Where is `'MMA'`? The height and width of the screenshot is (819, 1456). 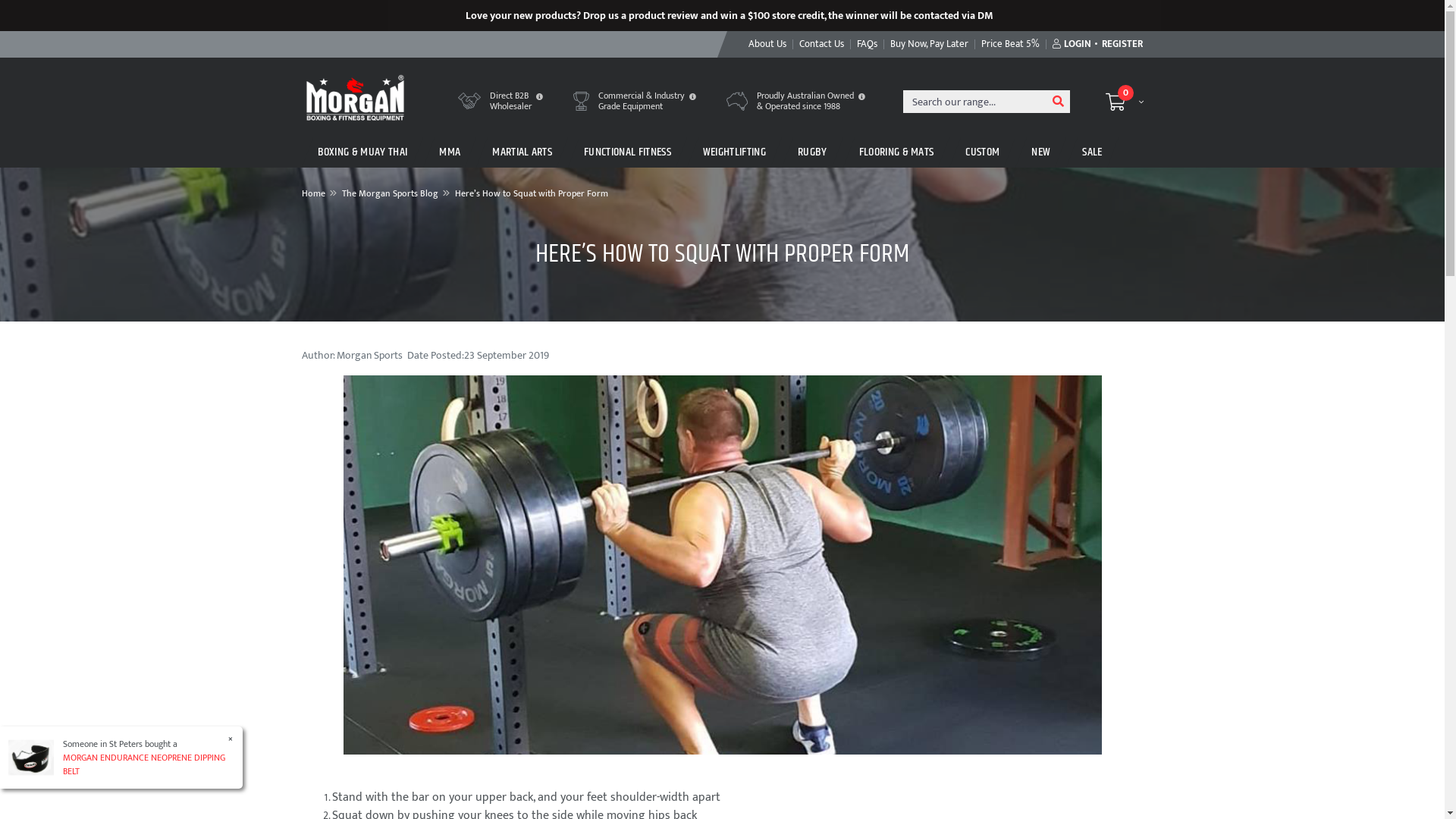 'MMA' is located at coordinates (449, 152).